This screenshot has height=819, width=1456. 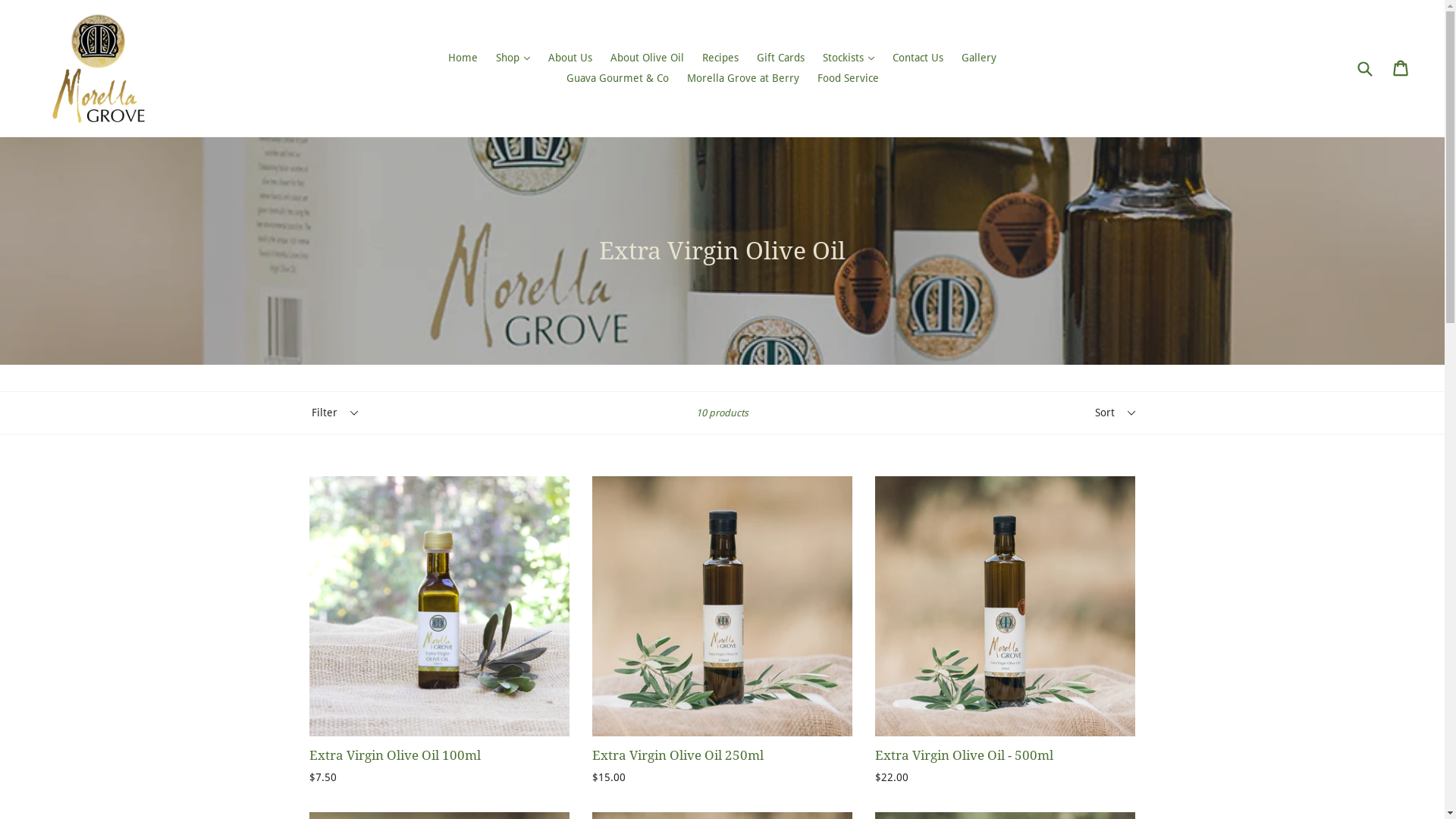 I want to click on 'Guava Gourmet & Co', so click(x=617, y=78).